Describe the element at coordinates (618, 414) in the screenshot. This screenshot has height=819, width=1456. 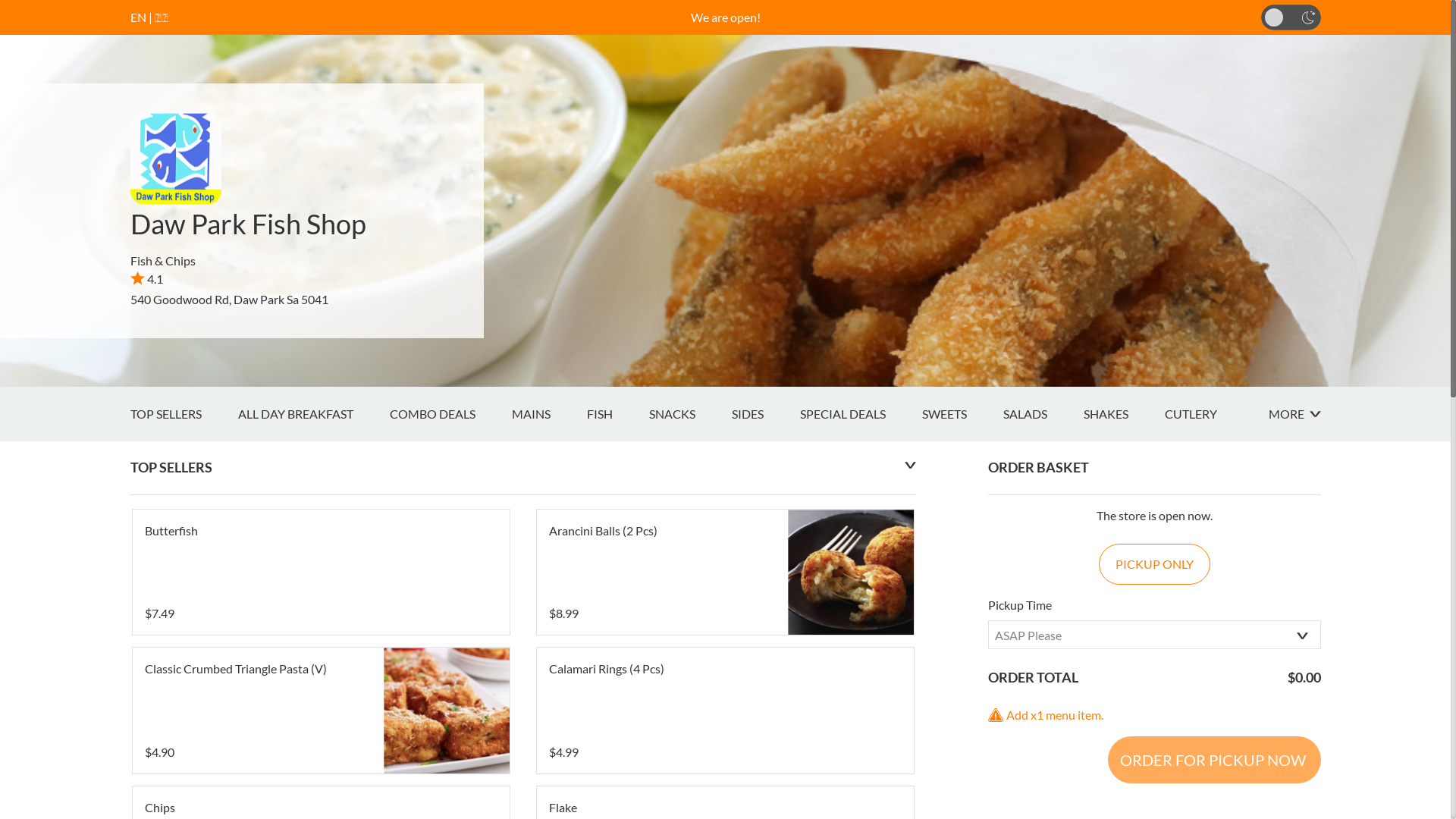
I see `'FISH'` at that location.